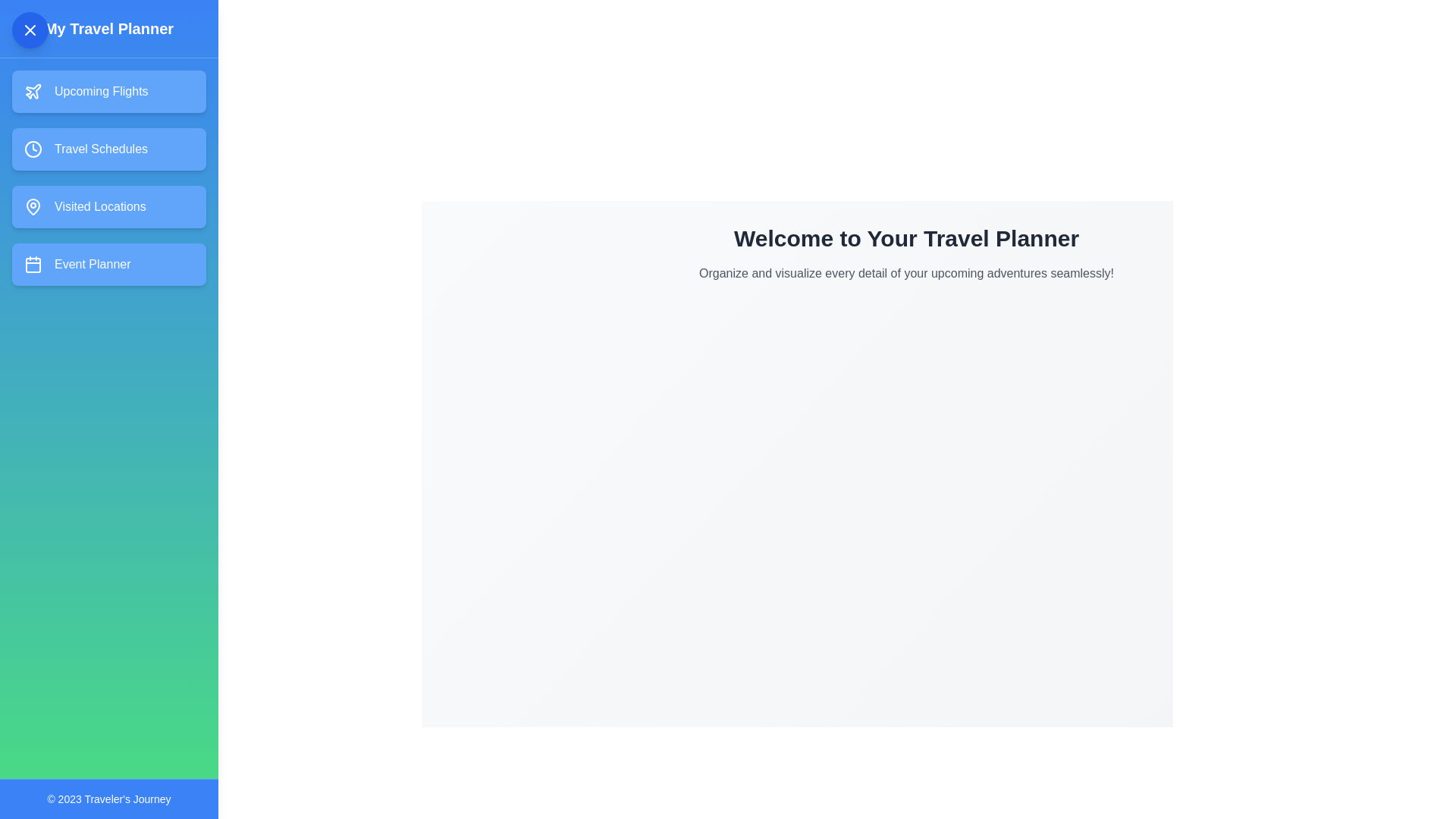 The height and width of the screenshot is (819, 1456). What do you see at coordinates (33, 265) in the screenshot?
I see `the decorative graphical element of the calendar icon located adjacent to the 'Event Planner' text label on the sidebar menu` at bounding box center [33, 265].